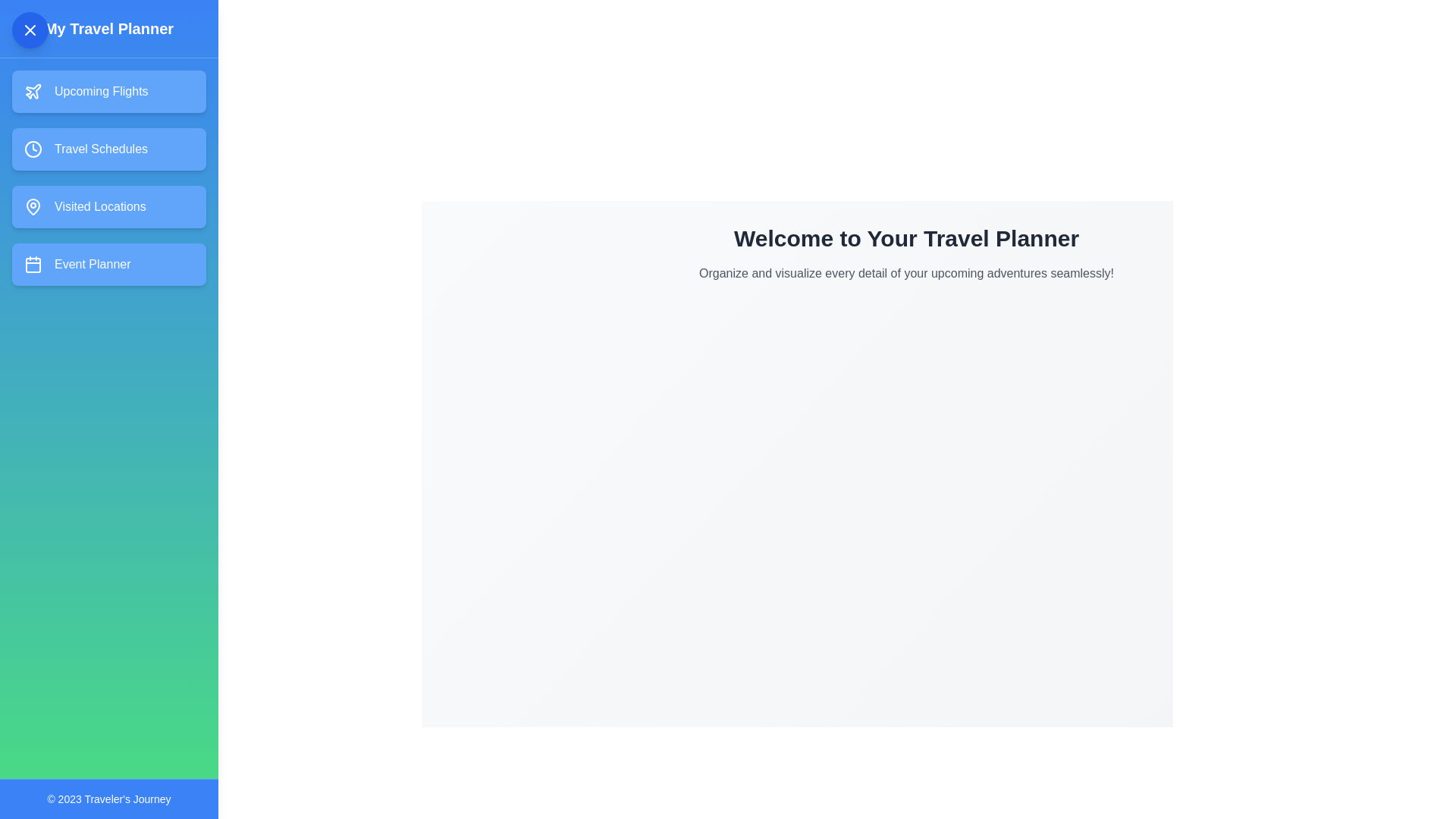 The height and width of the screenshot is (819, 1456). What do you see at coordinates (33, 265) in the screenshot?
I see `the decorative graphical element of the calendar icon located adjacent to the 'Event Planner' text label on the sidebar menu` at bounding box center [33, 265].